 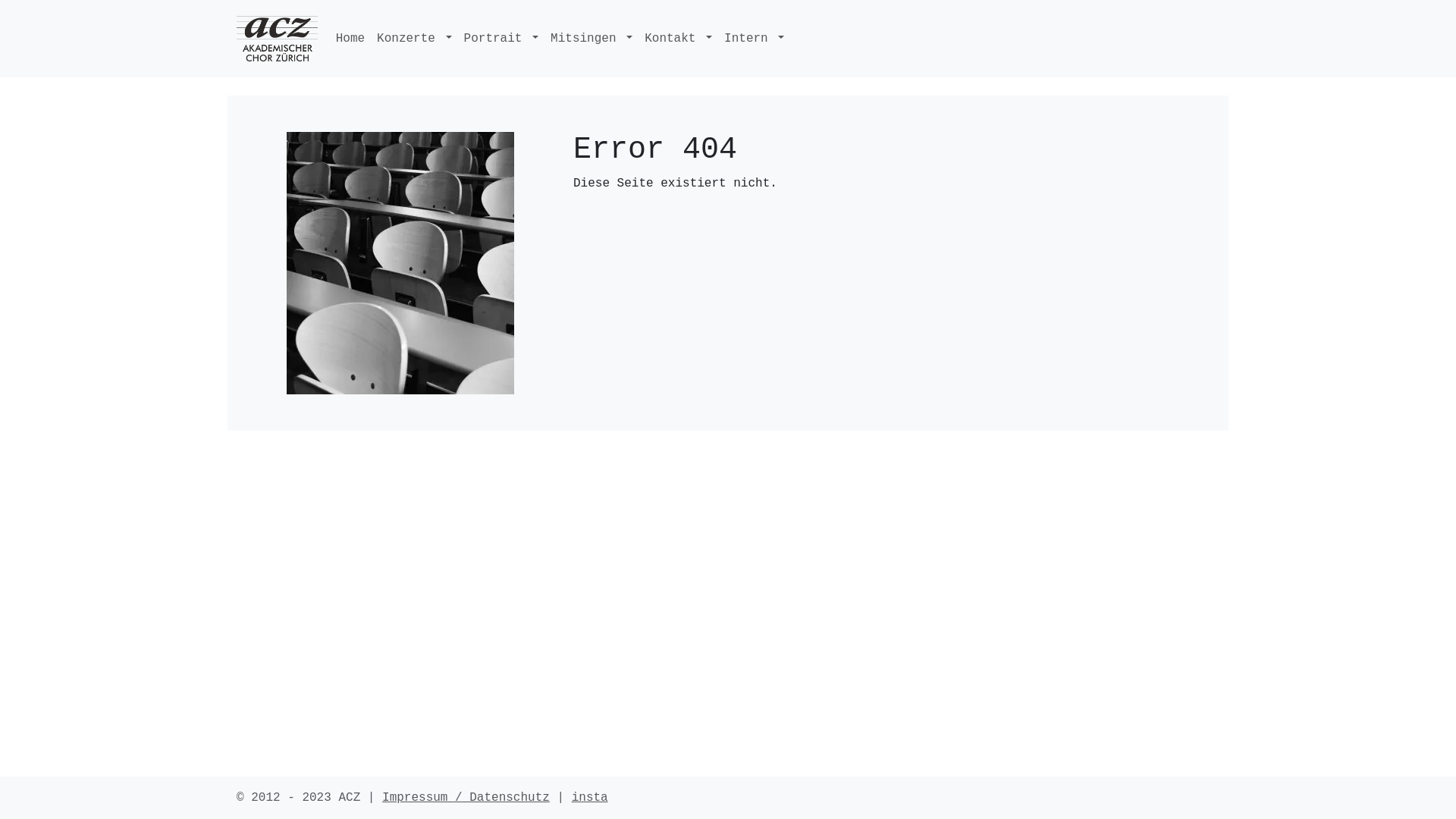 I want to click on 'Konzerte', so click(x=414, y=37).